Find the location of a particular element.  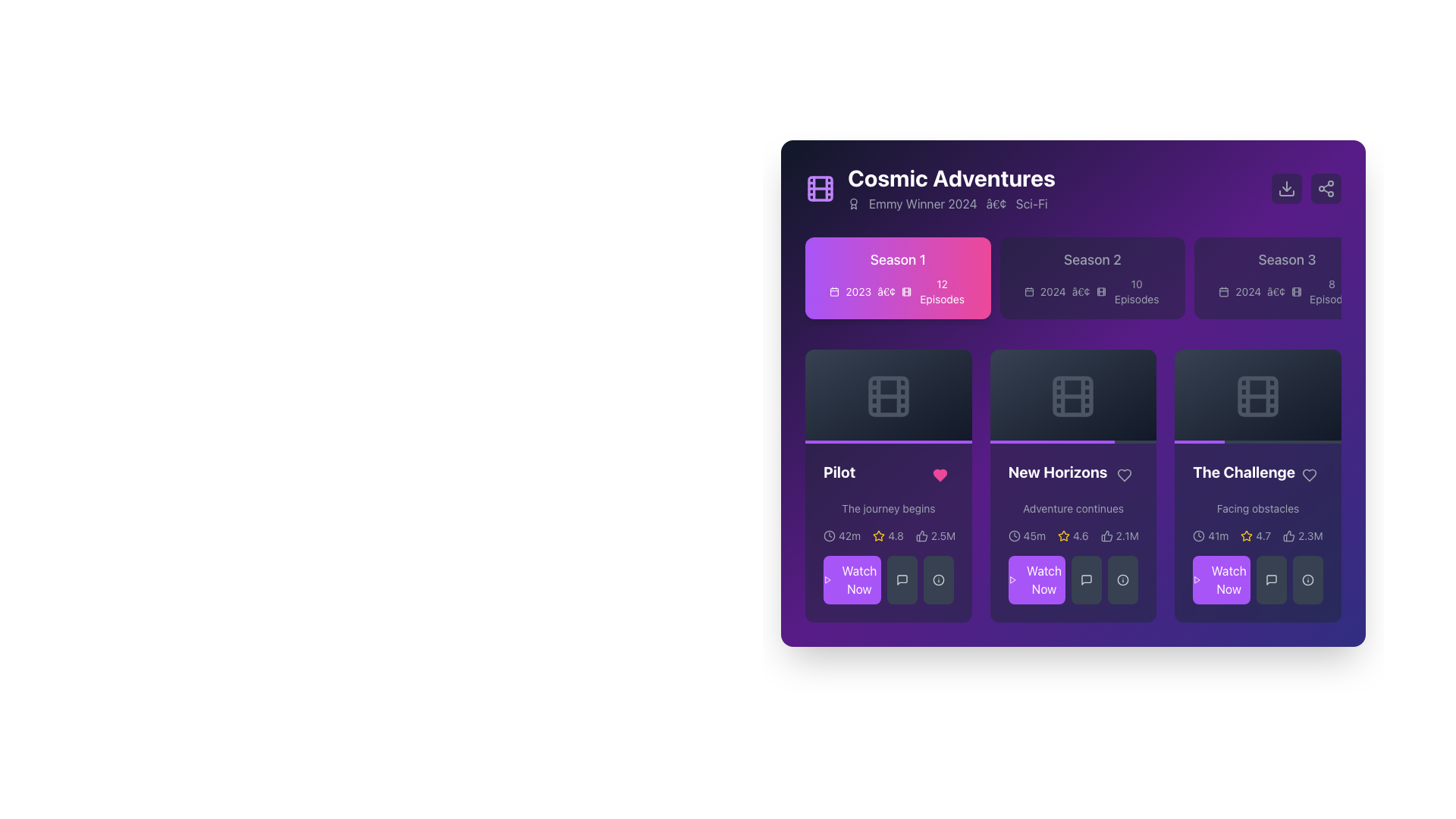

the informational text element displaying the year (2024) and number of episodes (8) for 'Season 3', located within the card for 'Season 3' in the top section of the interface is located at coordinates (1286, 292).